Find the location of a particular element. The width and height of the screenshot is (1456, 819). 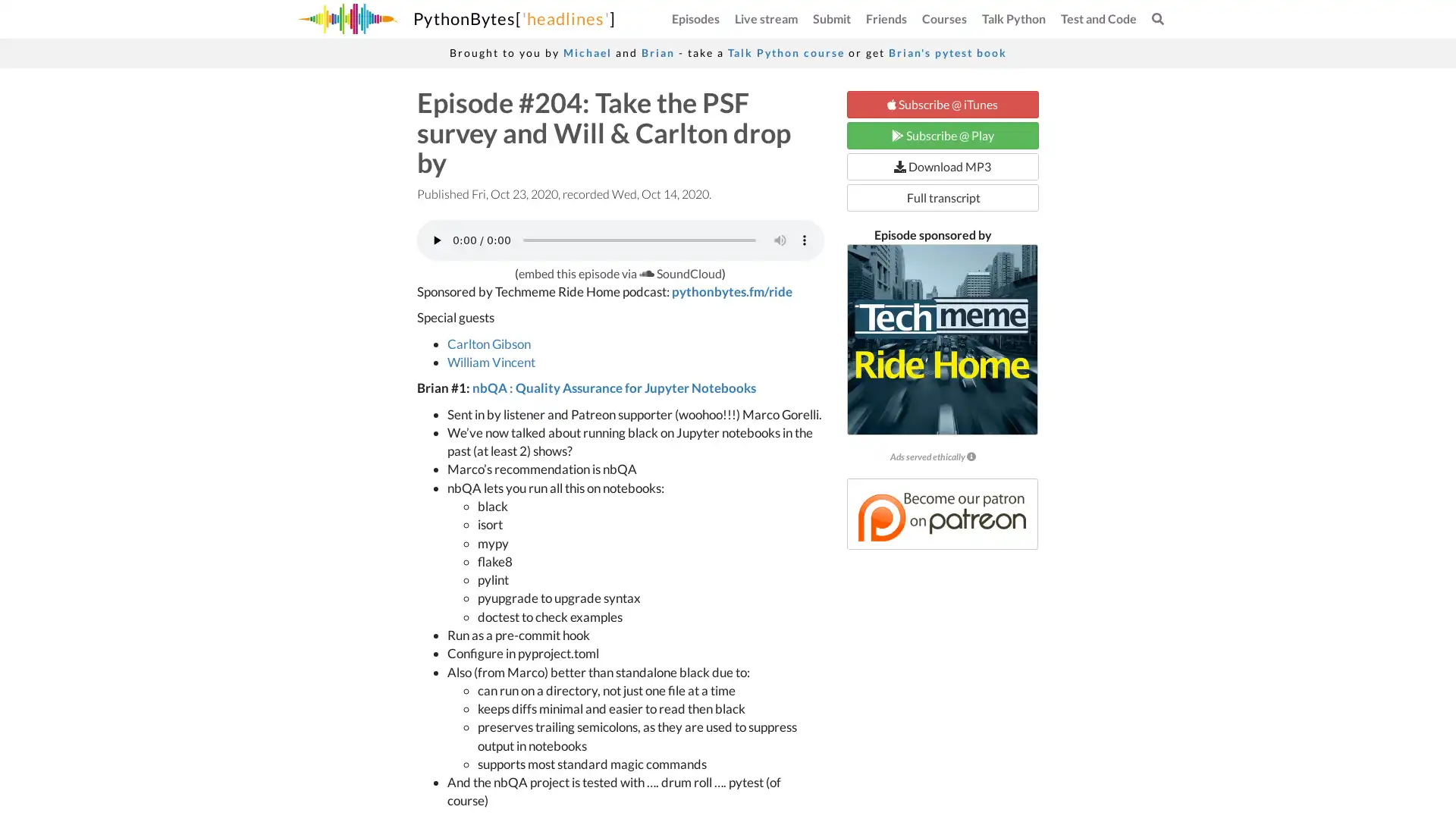

mute is located at coordinates (779, 239).